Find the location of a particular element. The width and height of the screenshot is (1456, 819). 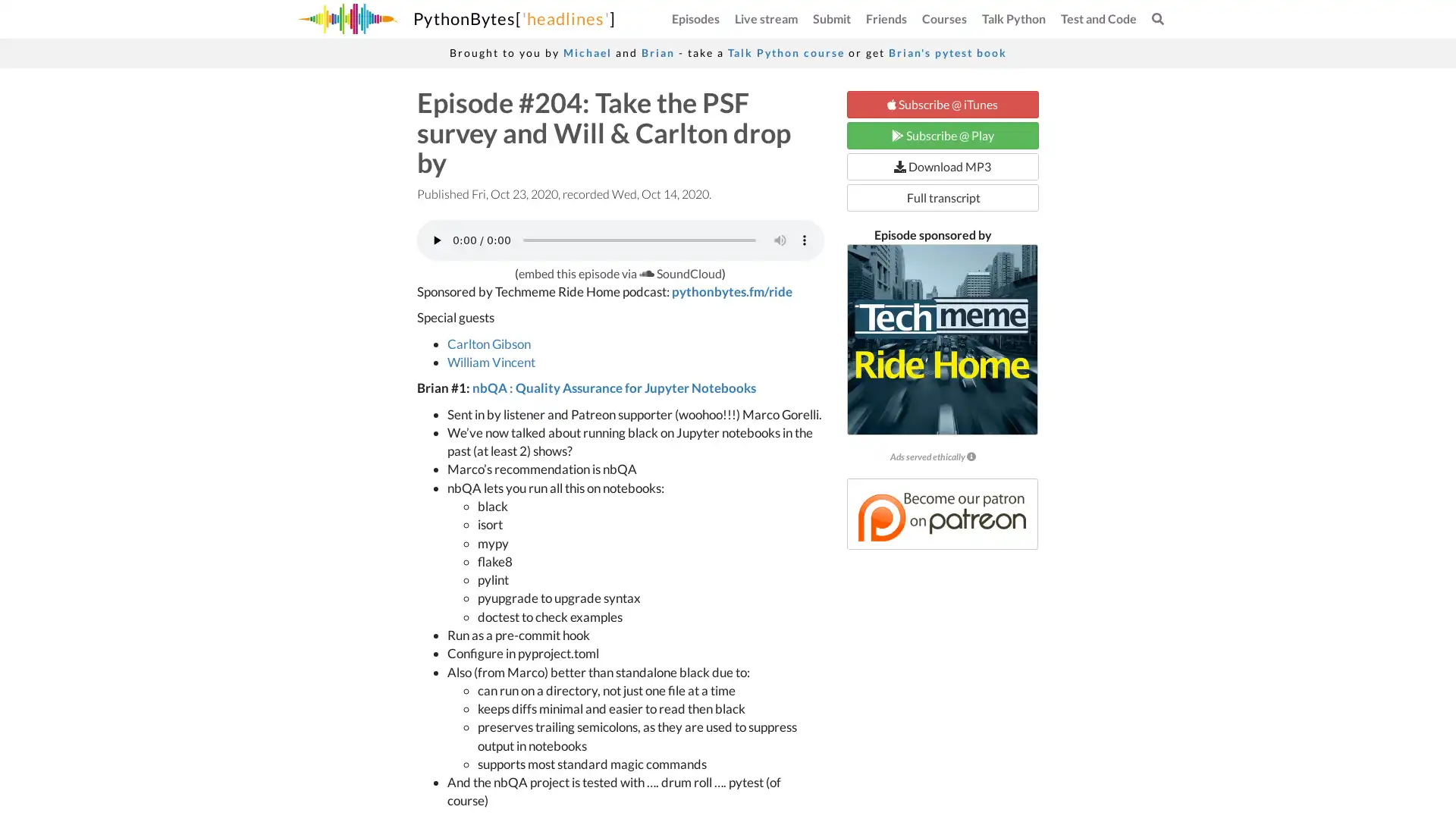

mute is located at coordinates (779, 239).